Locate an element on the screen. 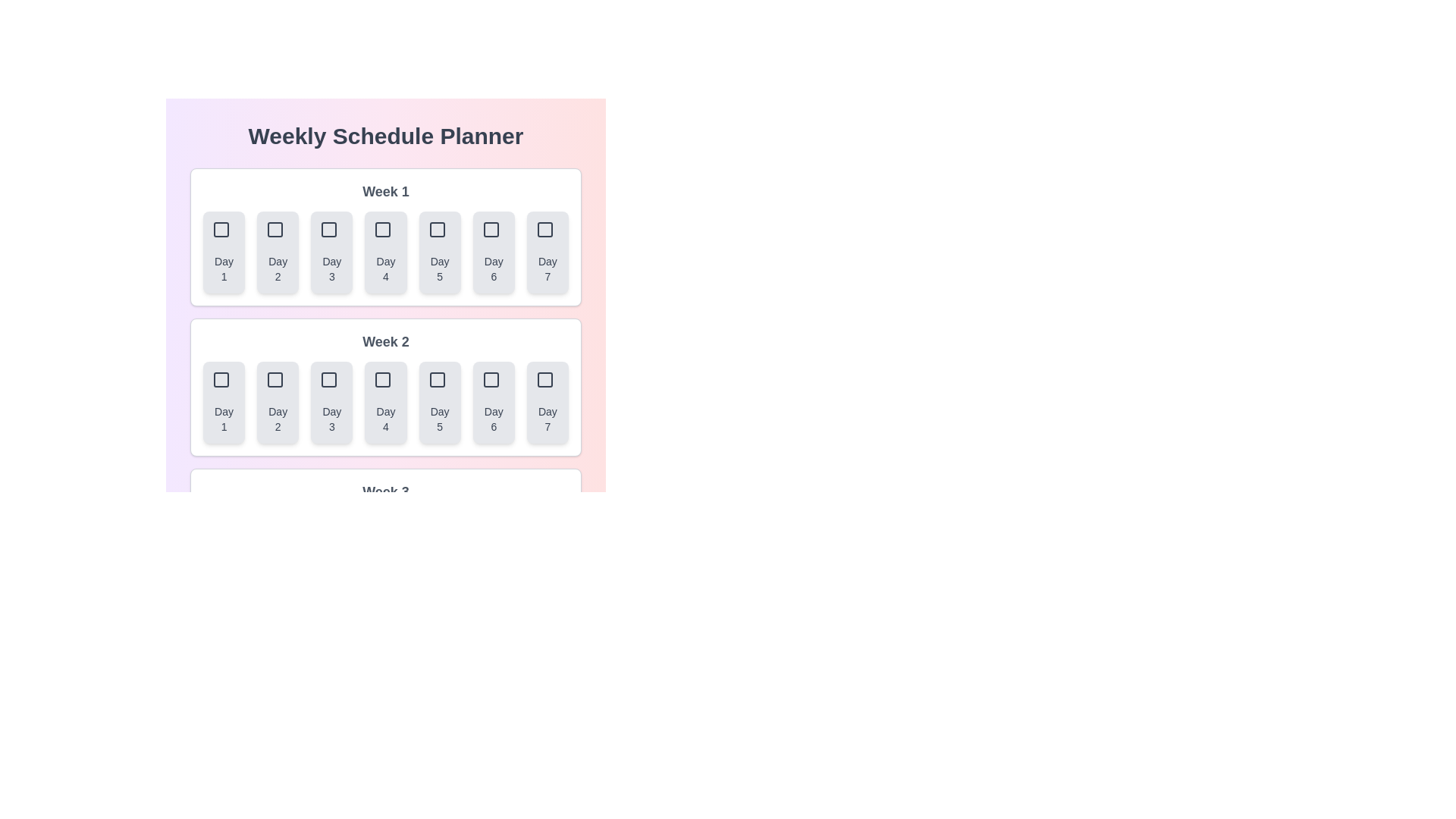 Image resolution: width=1456 pixels, height=819 pixels. the button corresponding to Week 2 and Day 7 to select that day is located at coordinates (546, 402).